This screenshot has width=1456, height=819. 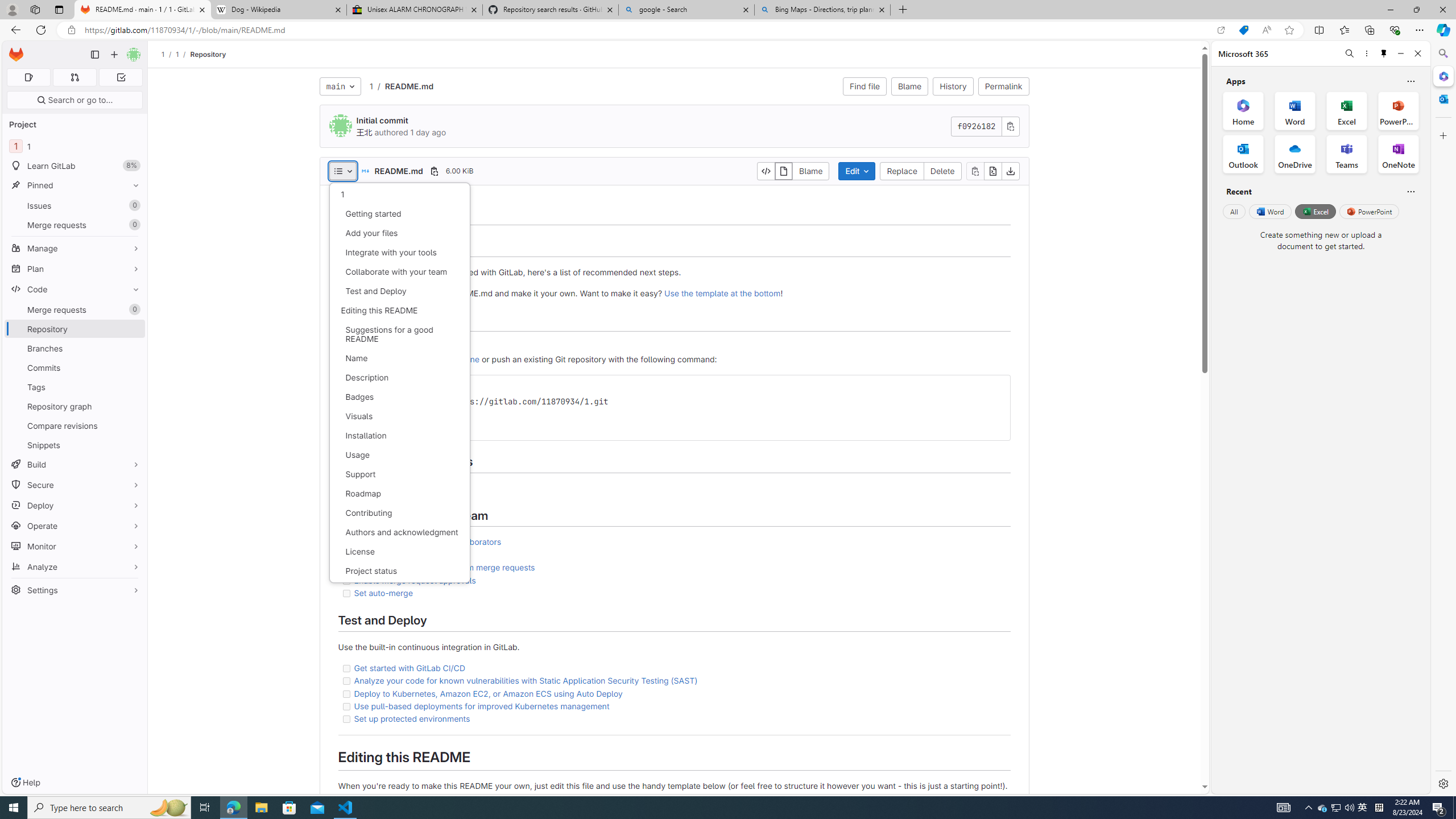 What do you see at coordinates (133, 348) in the screenshot?
I see `'Pin Branches'` at bounding box center [133, 348].